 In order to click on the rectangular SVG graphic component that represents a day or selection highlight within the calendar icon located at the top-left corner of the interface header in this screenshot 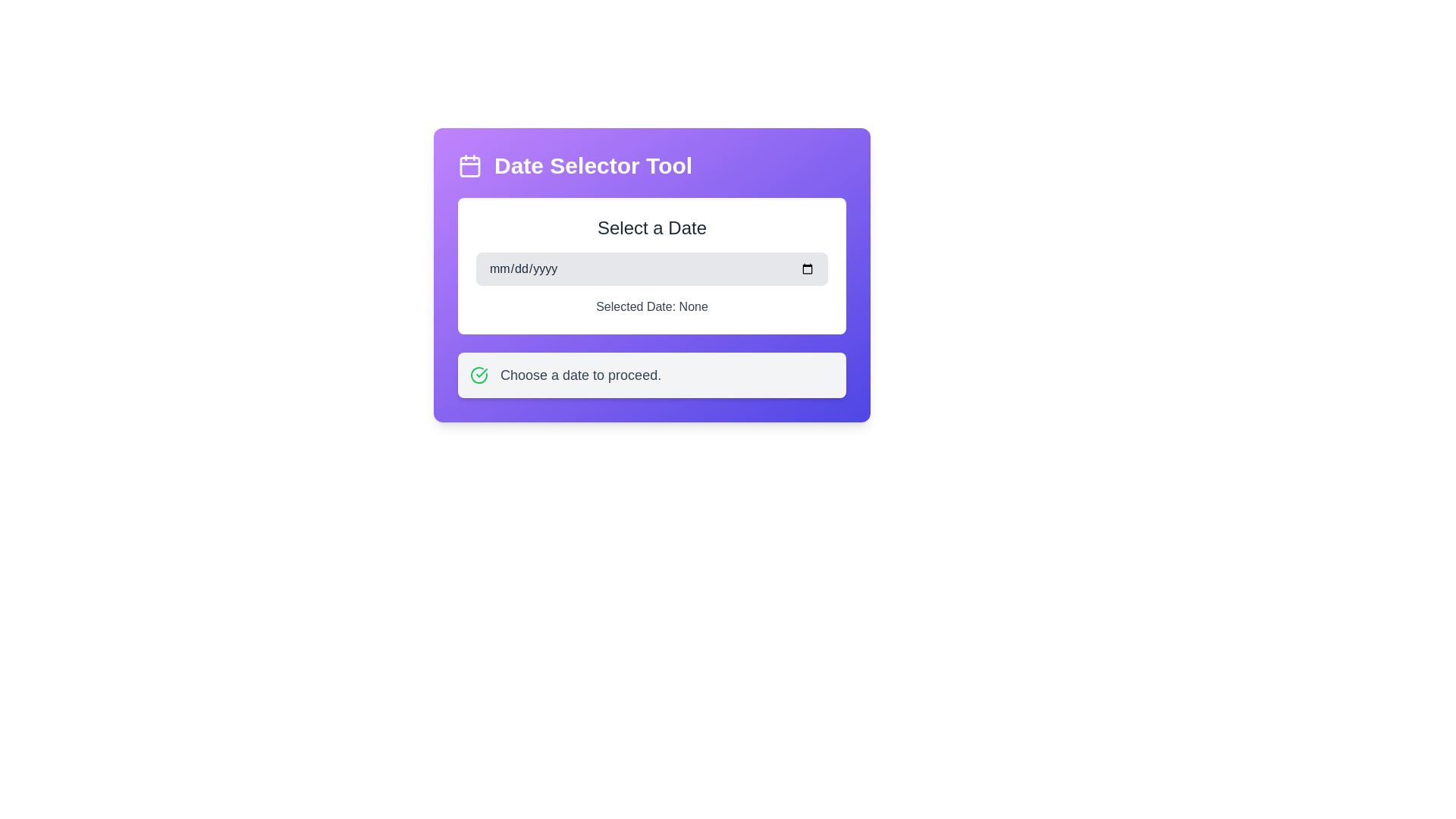, I will do `click(469, 166)`.